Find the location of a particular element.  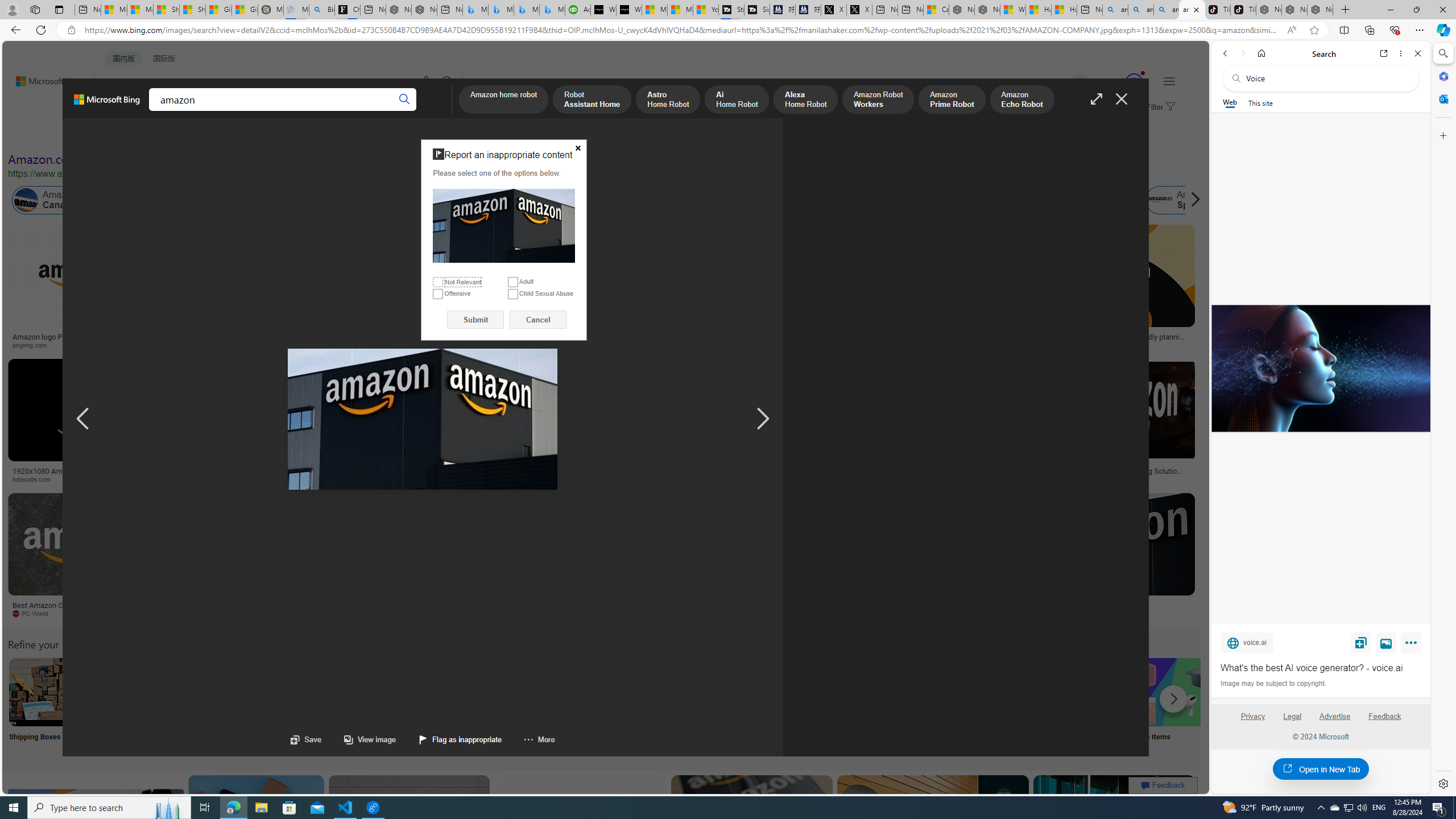

'Side bar' is located at coordinates (1443, 418).